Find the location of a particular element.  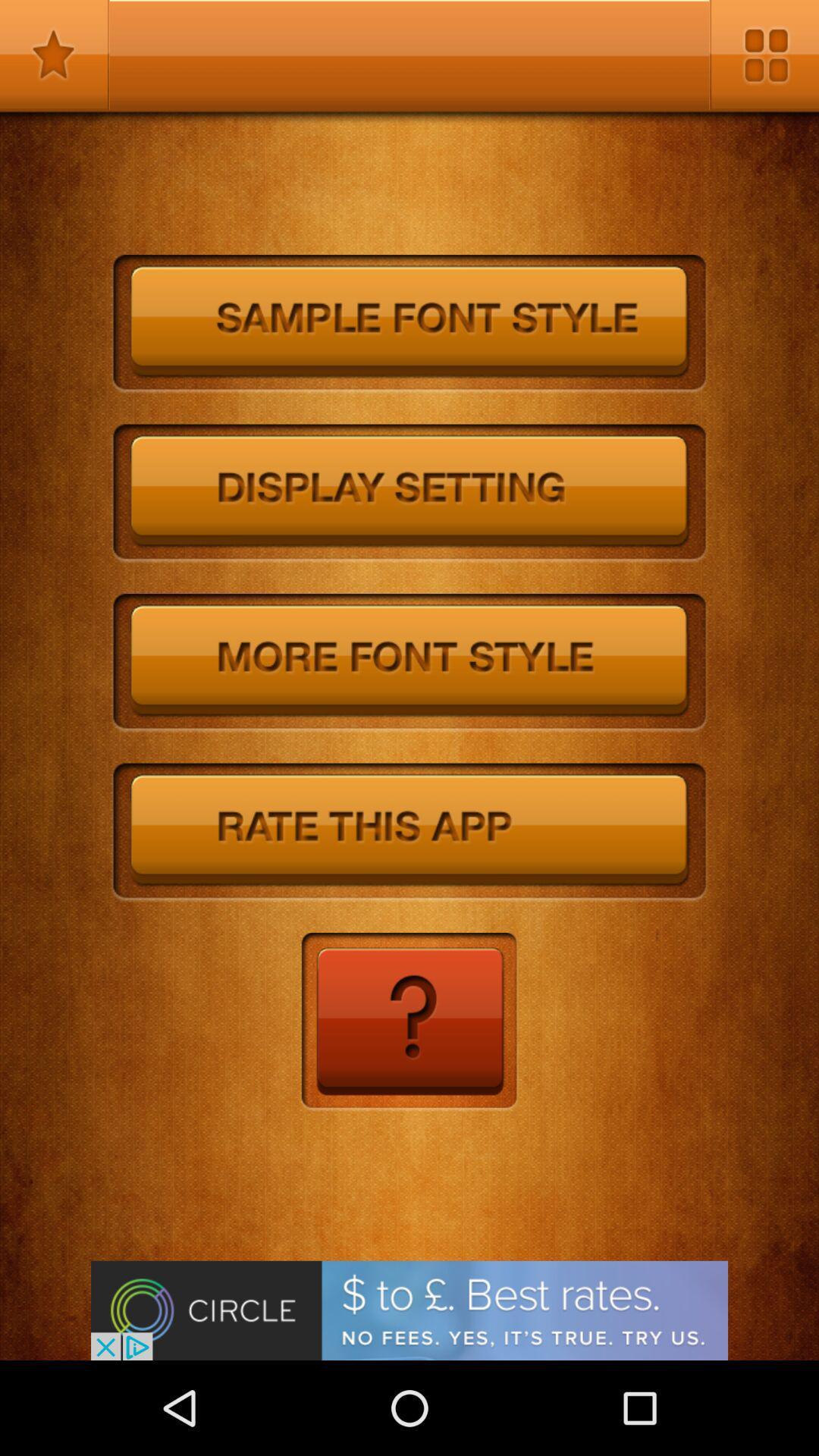

mark as favorite is located at coordinates (54, 55).